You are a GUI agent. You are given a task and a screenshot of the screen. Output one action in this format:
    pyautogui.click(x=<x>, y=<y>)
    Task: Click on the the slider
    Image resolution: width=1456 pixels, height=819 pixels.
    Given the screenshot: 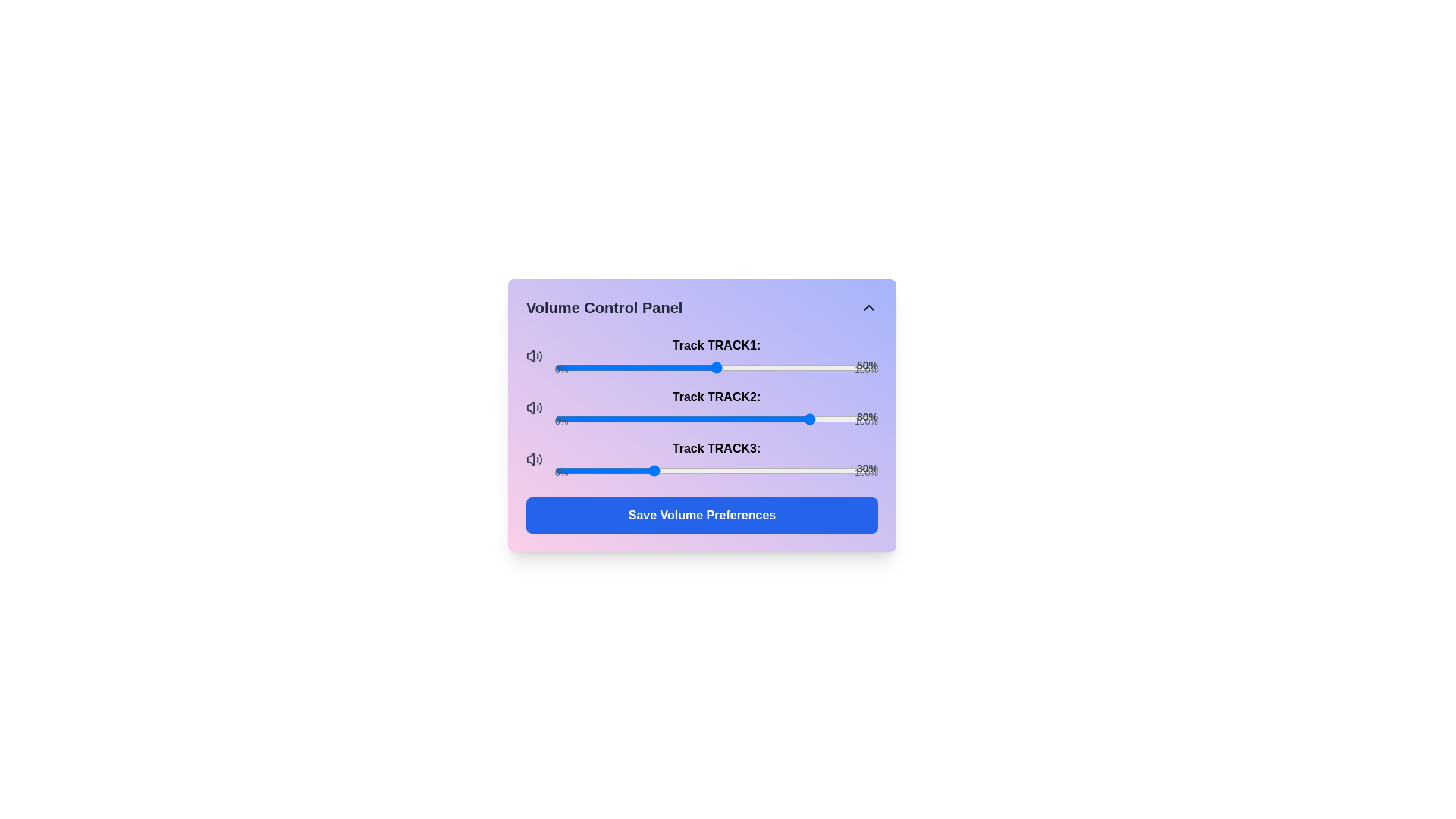 What is the action you would take?
    pyautogui.click(x=752, y=368)
    